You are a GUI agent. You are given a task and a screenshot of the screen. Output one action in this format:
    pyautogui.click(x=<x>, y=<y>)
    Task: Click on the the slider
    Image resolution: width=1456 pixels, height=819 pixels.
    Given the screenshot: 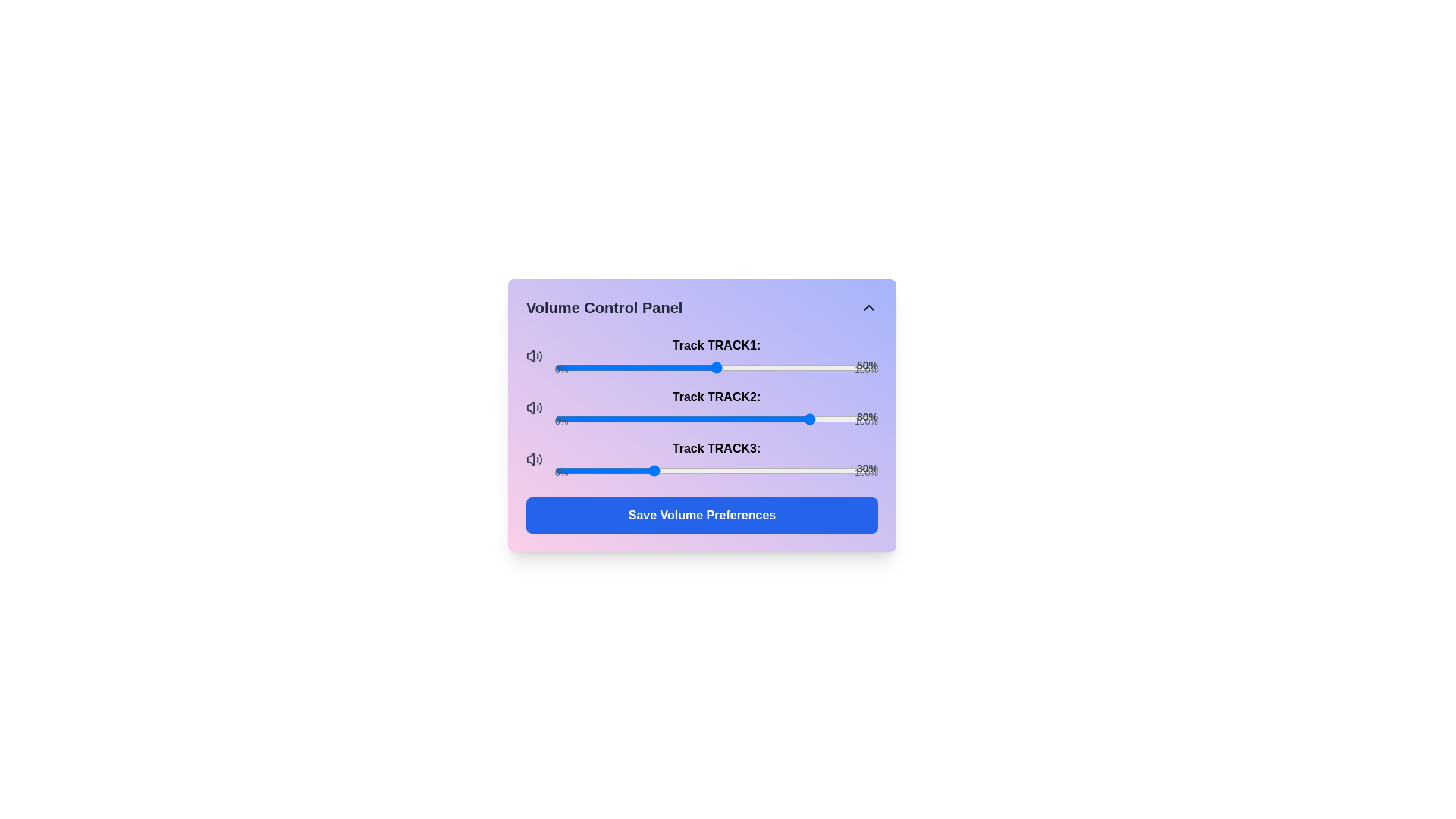 What is the action you would take?
    pyautogui.click(x=752, y=368)
    